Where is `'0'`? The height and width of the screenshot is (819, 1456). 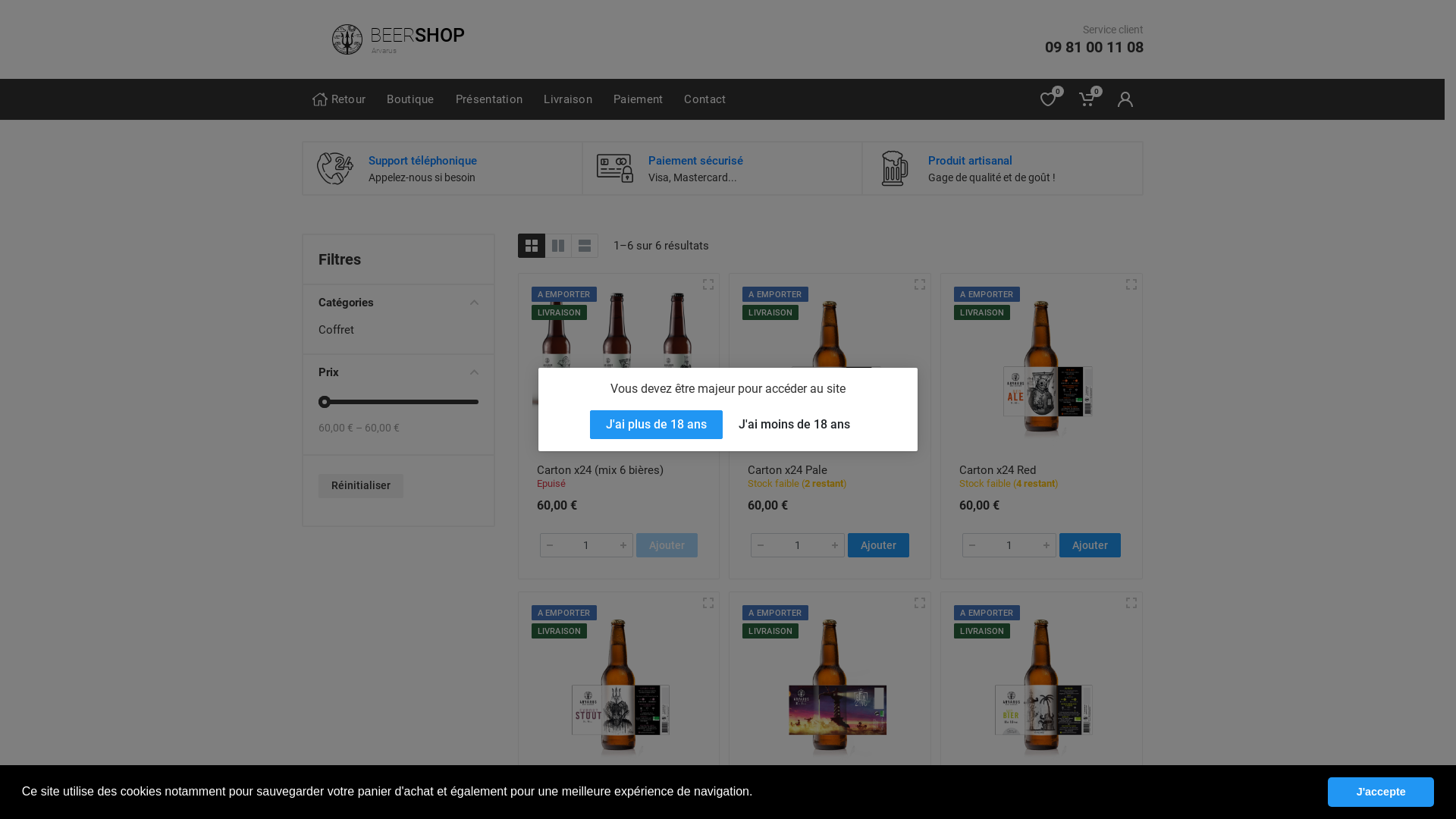
'0' is located at coordinates (1030, 99).